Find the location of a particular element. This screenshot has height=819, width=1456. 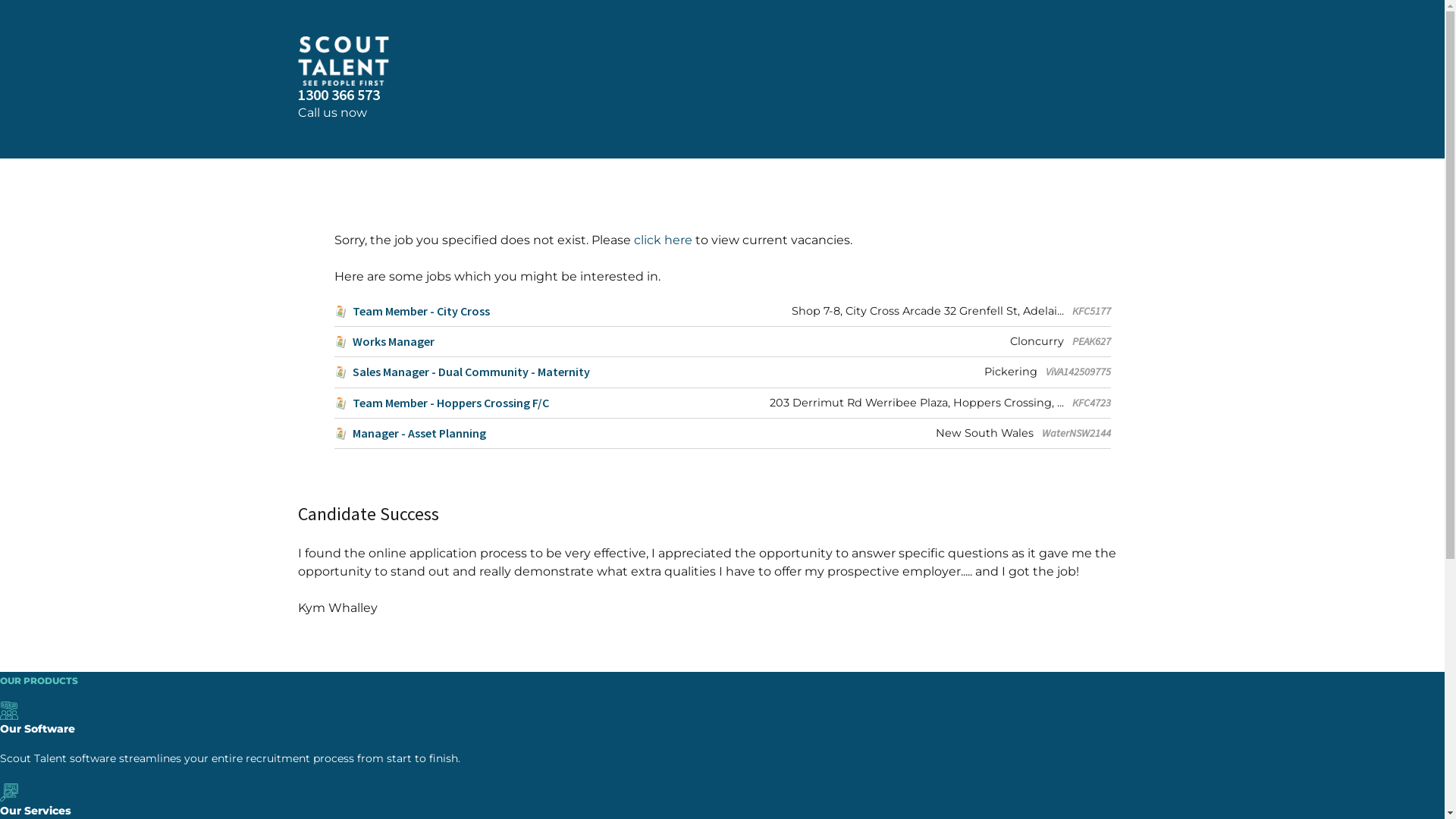

'Scout Talent' is located at coordinates (297, 60).